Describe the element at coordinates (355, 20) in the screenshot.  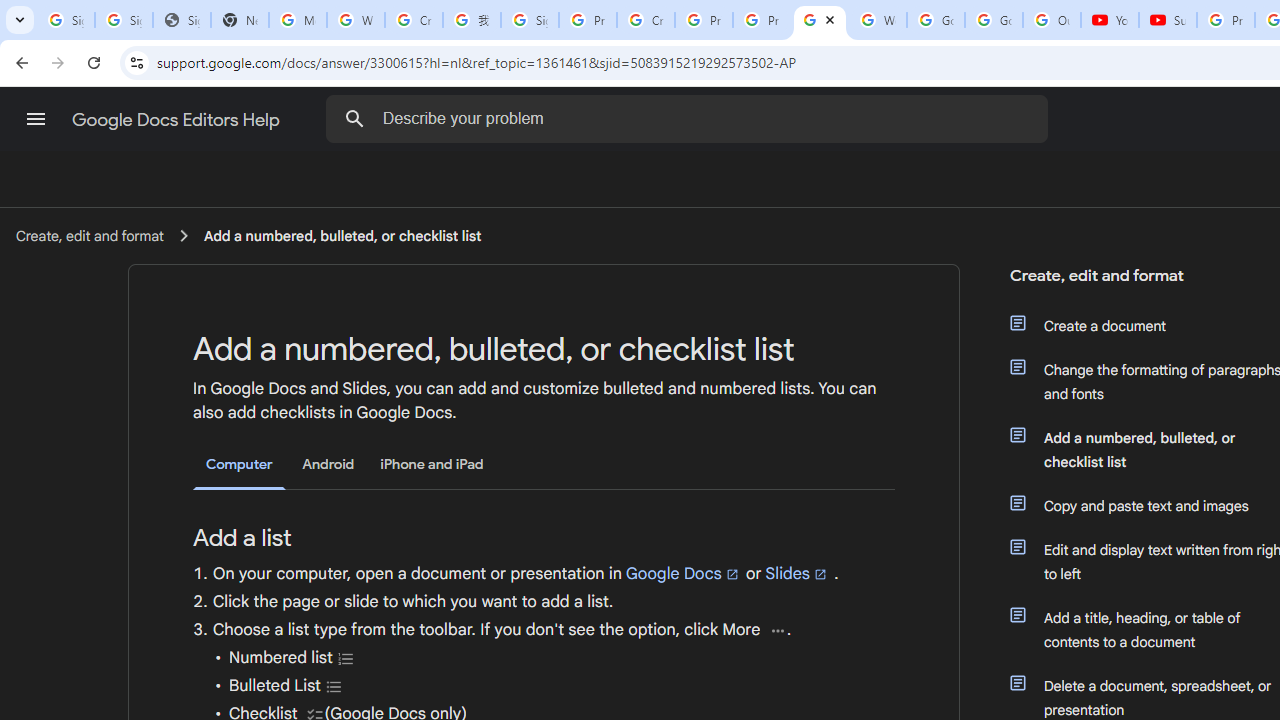
I see `'Who is my administrator? - Google Account Help'` at that location.